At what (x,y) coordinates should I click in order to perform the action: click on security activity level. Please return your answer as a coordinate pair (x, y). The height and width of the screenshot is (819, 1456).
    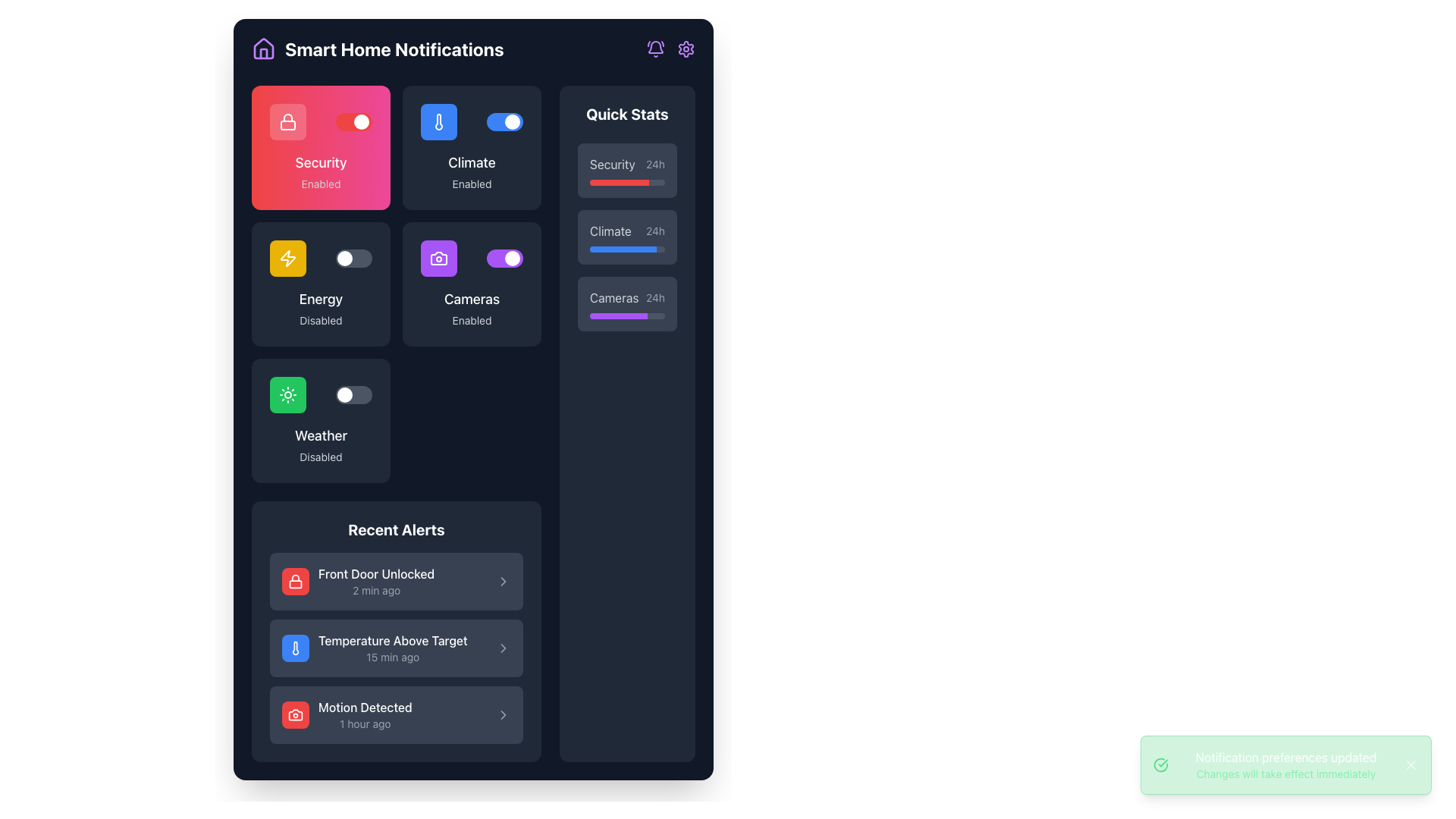
    Looking at the image, I should click on (625, 181).